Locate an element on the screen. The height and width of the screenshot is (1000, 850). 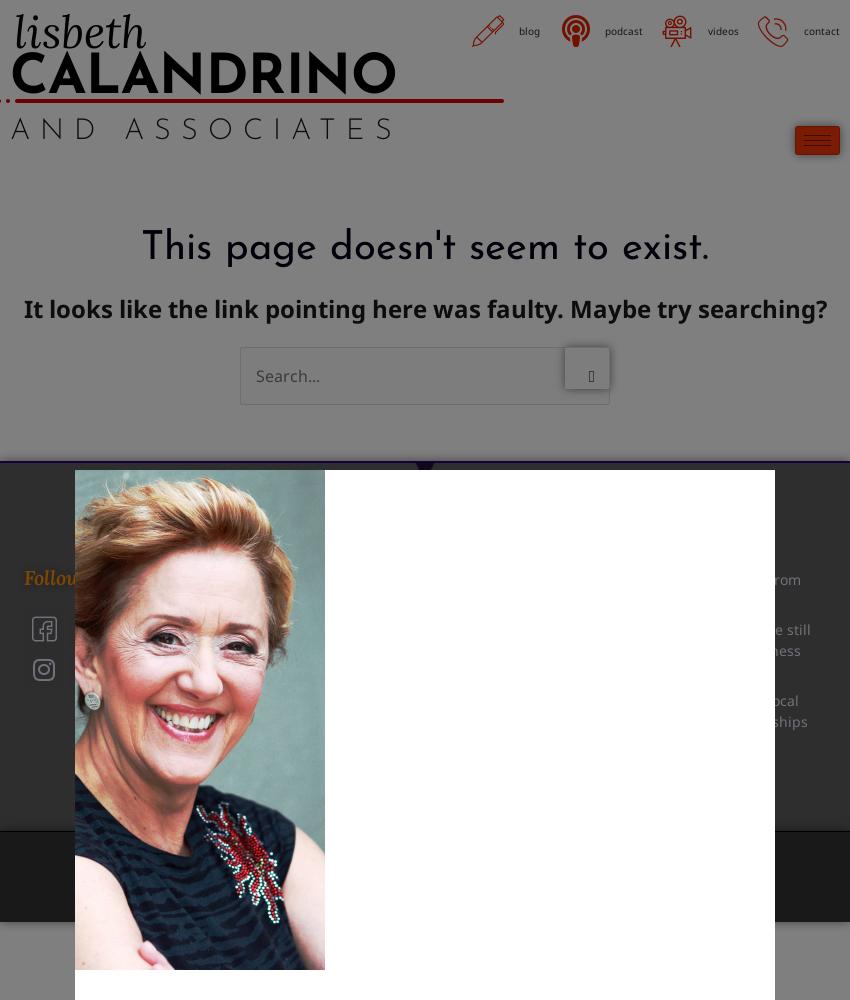
'(518) 495-5380' is located at coordinates (516, 647).